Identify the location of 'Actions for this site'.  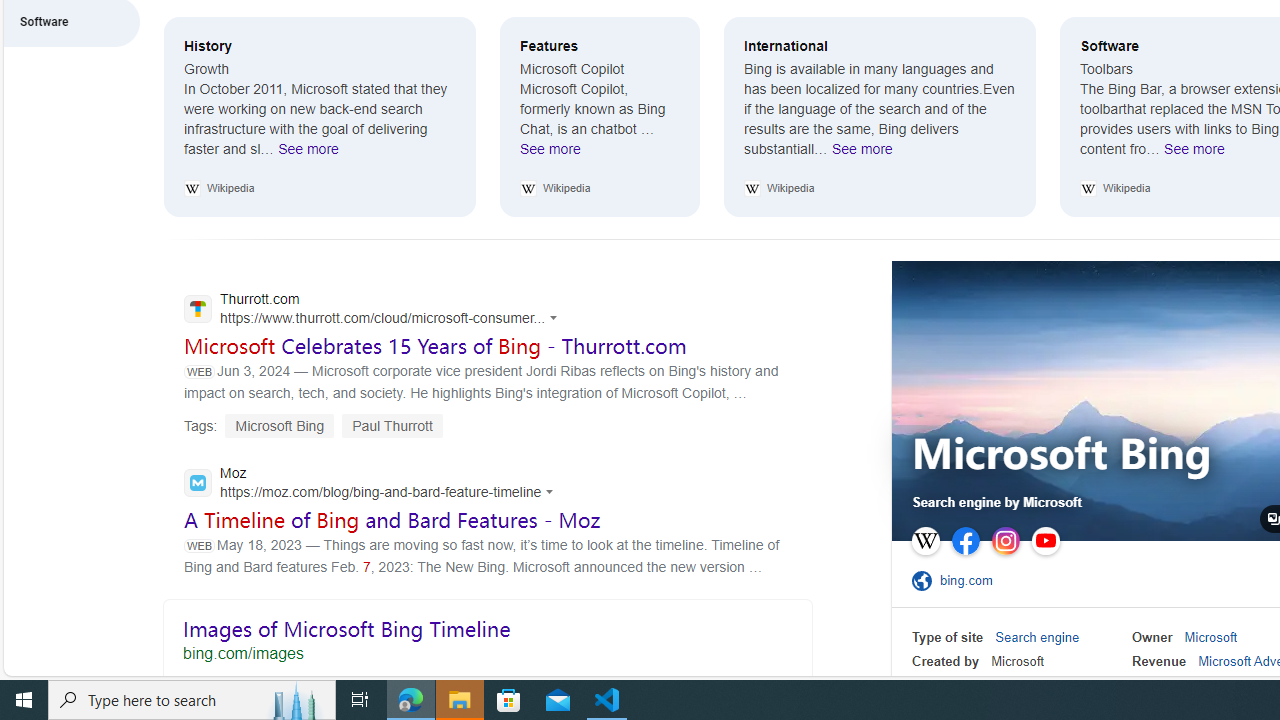
(552, 491).